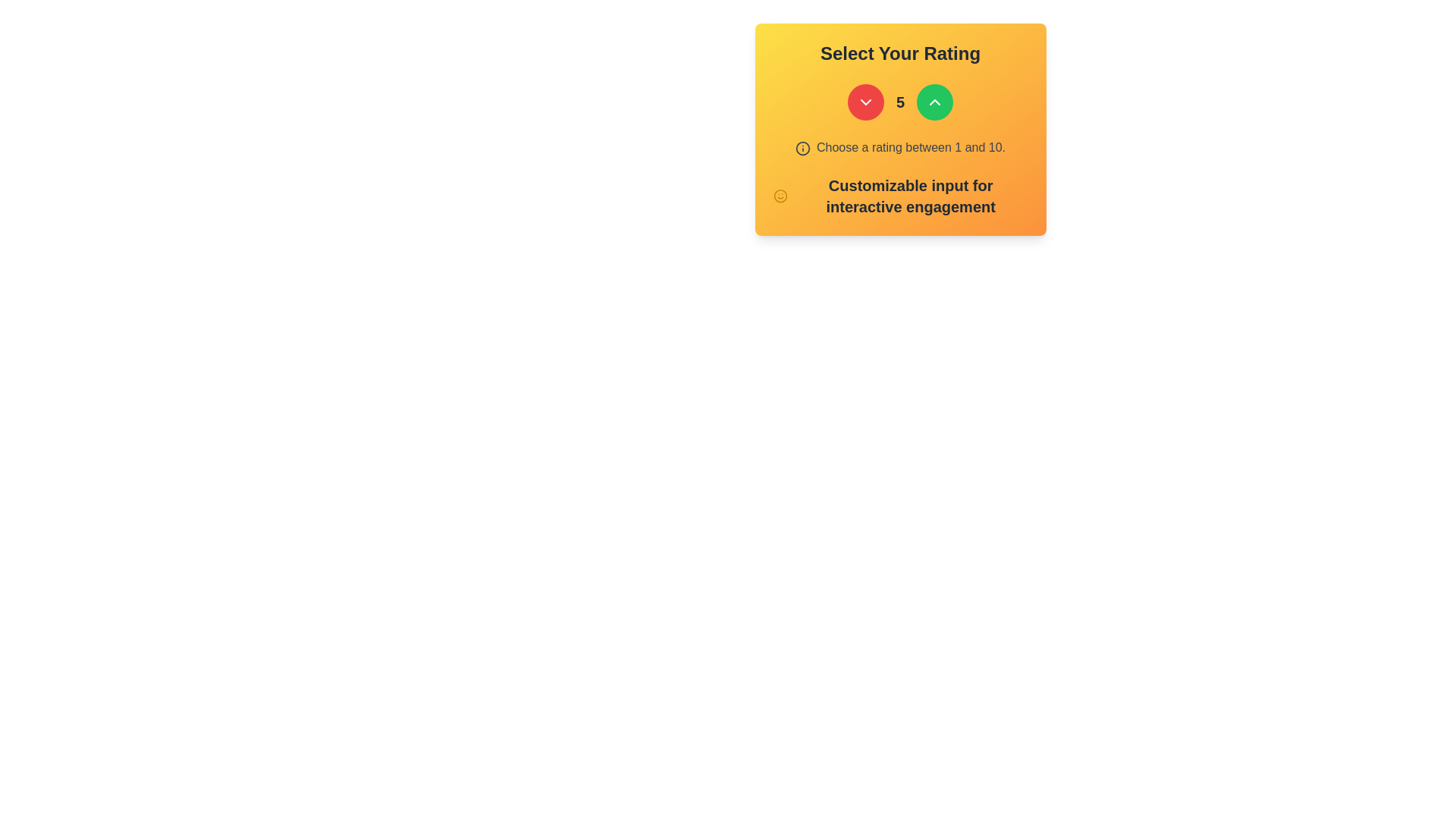 This screenshot has height=819, width=1456. I want to click on the increment button with an upward-facing chevron arrow icon, which is enclosed in a circular green background and is part of the rating interface, so click(934, 102).